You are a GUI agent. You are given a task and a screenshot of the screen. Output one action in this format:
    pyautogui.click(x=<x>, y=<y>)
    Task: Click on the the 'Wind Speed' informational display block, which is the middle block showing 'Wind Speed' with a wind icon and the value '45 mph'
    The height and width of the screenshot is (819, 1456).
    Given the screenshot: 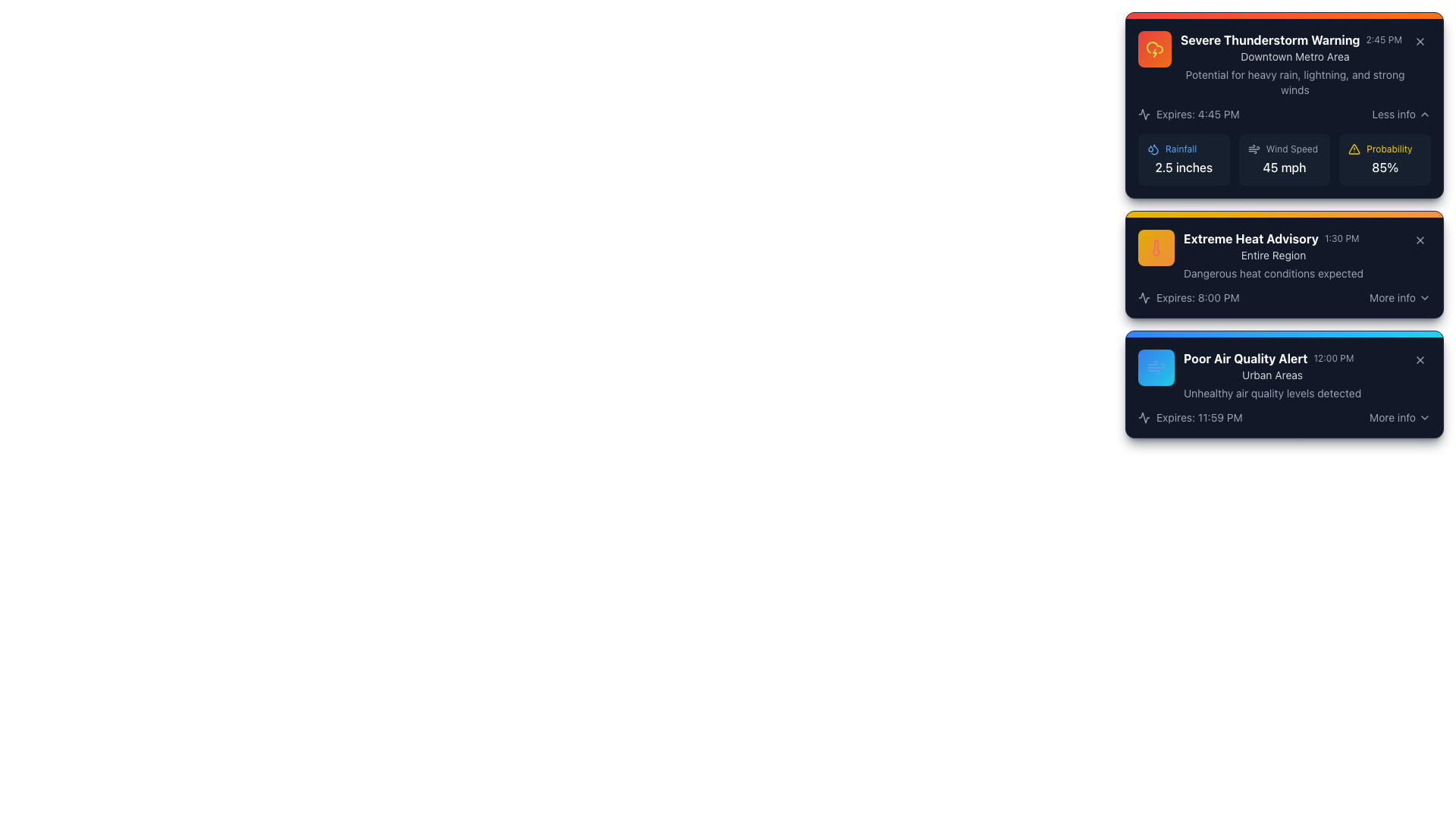 What is the action you would take?
    pyautogui.click(x=1284, y=160)
    